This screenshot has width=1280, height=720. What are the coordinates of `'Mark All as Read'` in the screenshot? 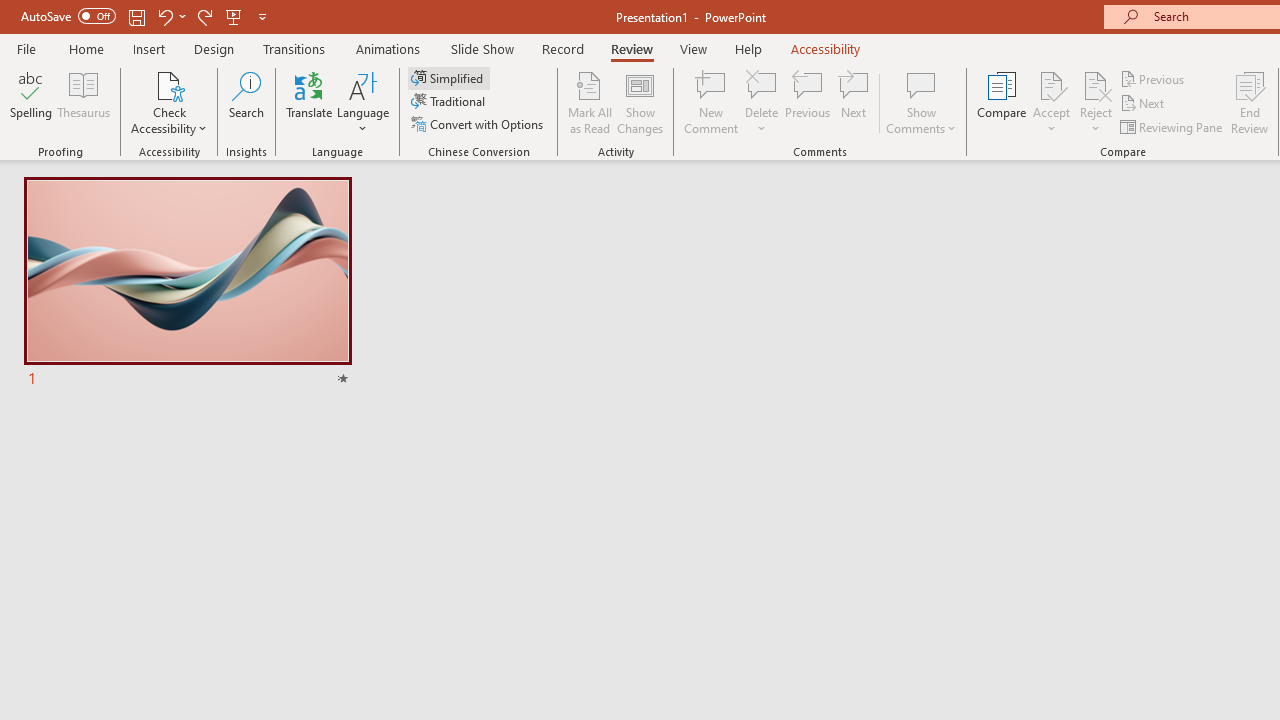 It's located at (589, 103).